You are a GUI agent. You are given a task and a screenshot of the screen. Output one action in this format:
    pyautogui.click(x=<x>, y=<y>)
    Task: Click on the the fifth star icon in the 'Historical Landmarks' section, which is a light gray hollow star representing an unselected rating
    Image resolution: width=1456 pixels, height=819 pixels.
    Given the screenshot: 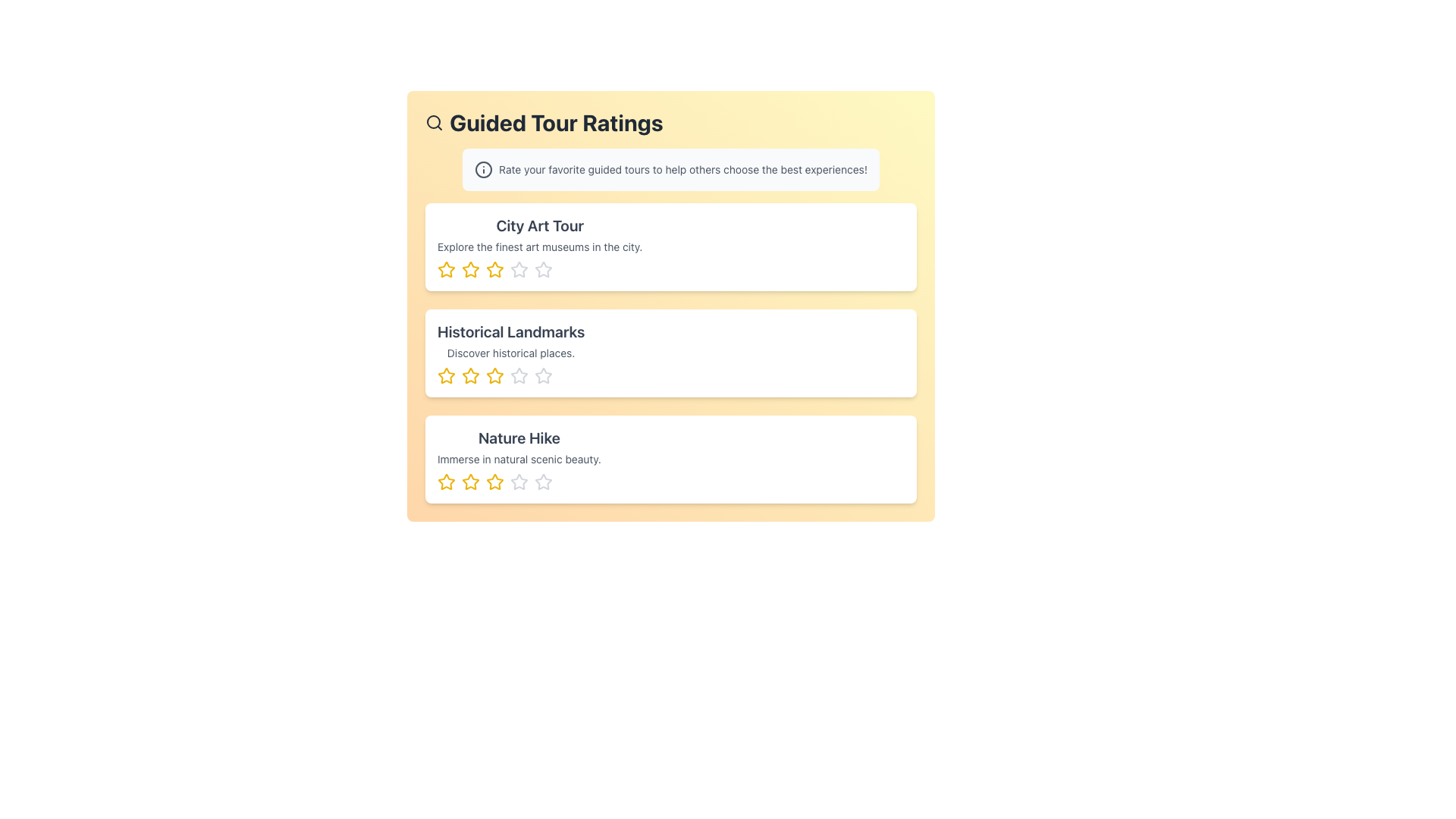 What is the action you would take?
    pyautogui.click(x=519, y=375)
    